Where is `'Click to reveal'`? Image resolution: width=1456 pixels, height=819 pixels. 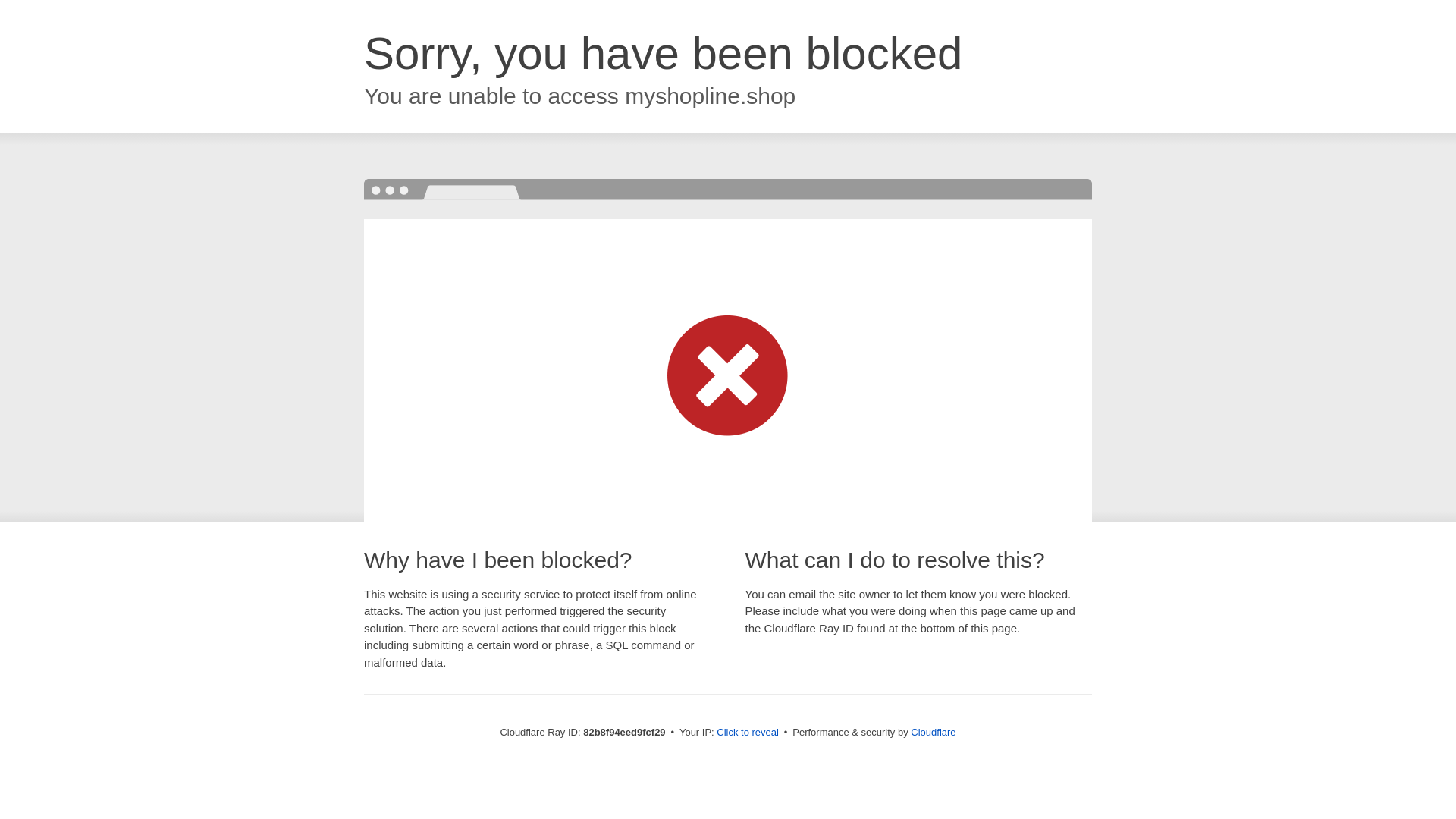
'Click to reveal' is located at coordinates (747, 731).